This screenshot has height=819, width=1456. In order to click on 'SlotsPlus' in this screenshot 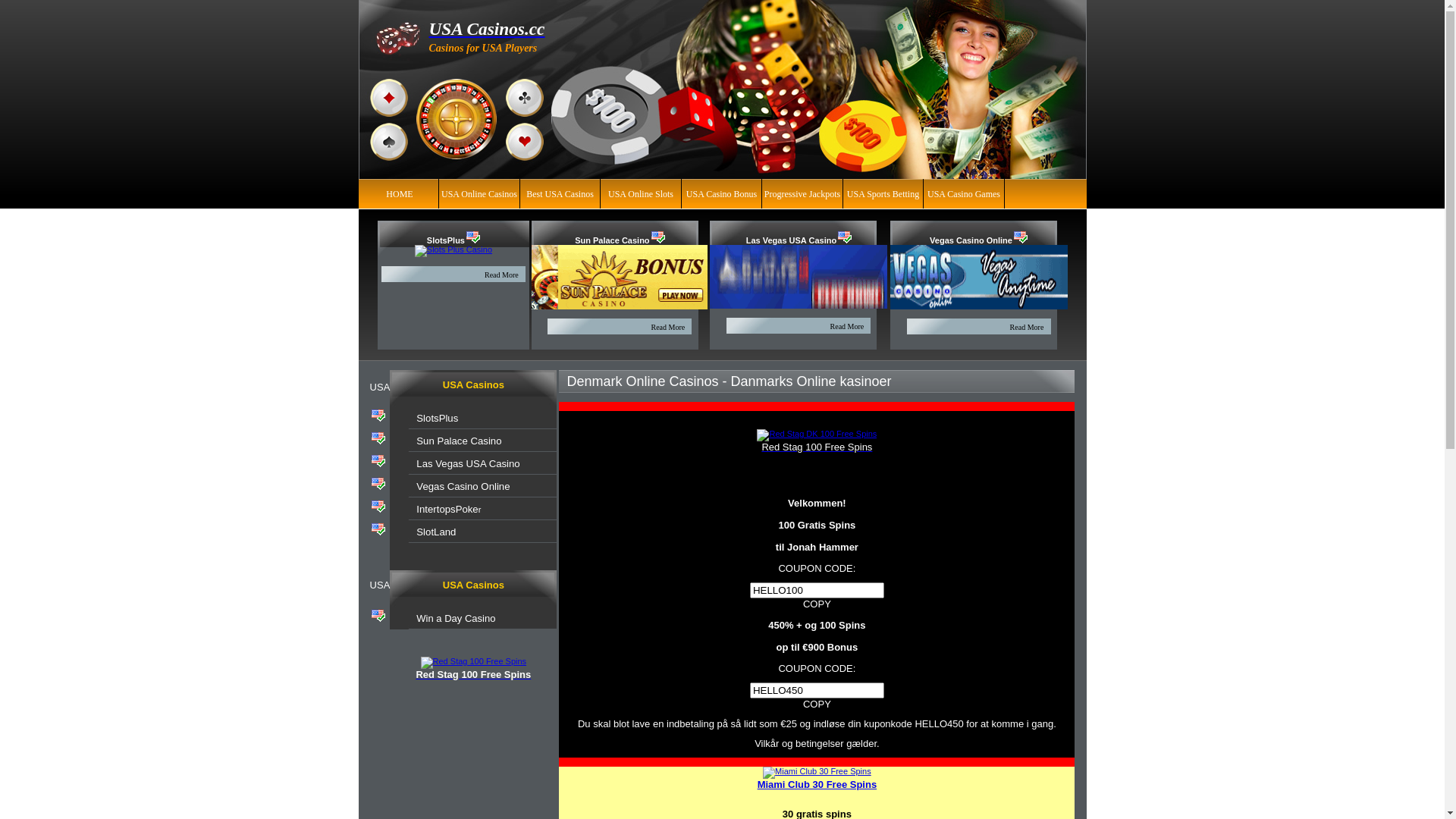, I will do `click(436, 418)`.